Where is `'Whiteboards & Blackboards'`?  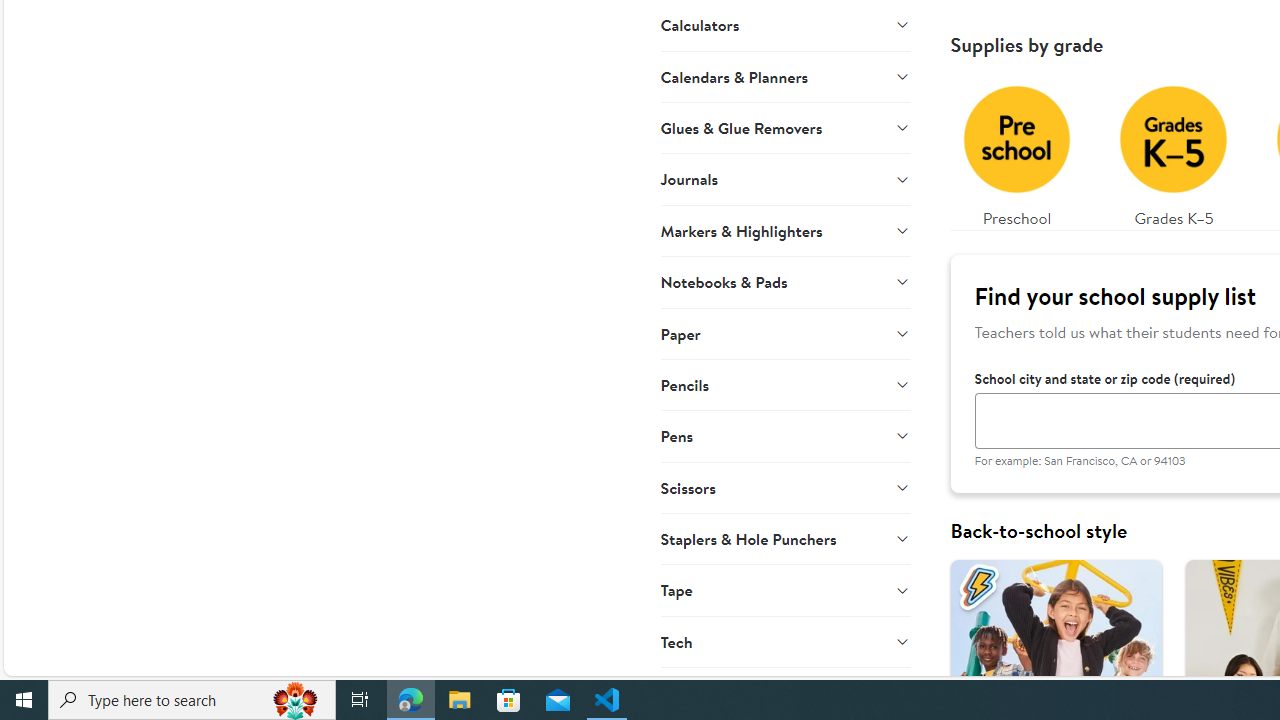
'Whiteboards & Blackboards' is located at coordinates (784, 692).